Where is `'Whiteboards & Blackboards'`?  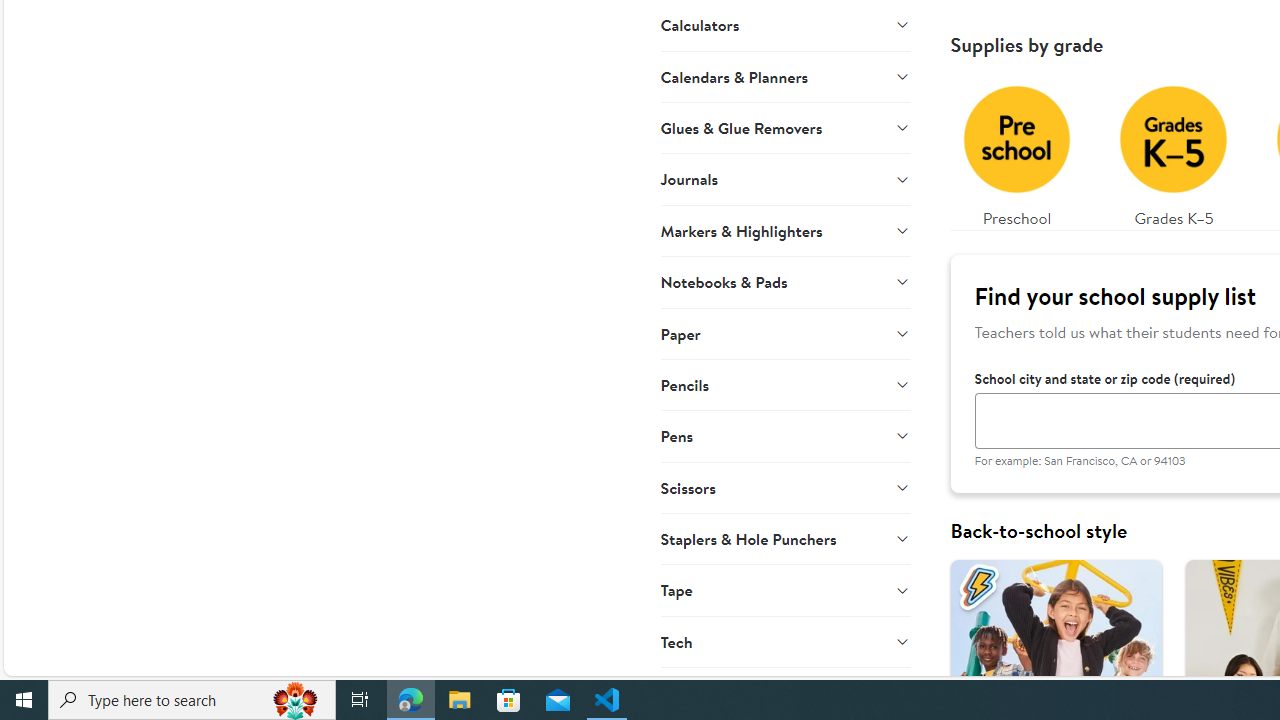
'Whiteboards & Blackboards' is located at coordinates (784, 692).